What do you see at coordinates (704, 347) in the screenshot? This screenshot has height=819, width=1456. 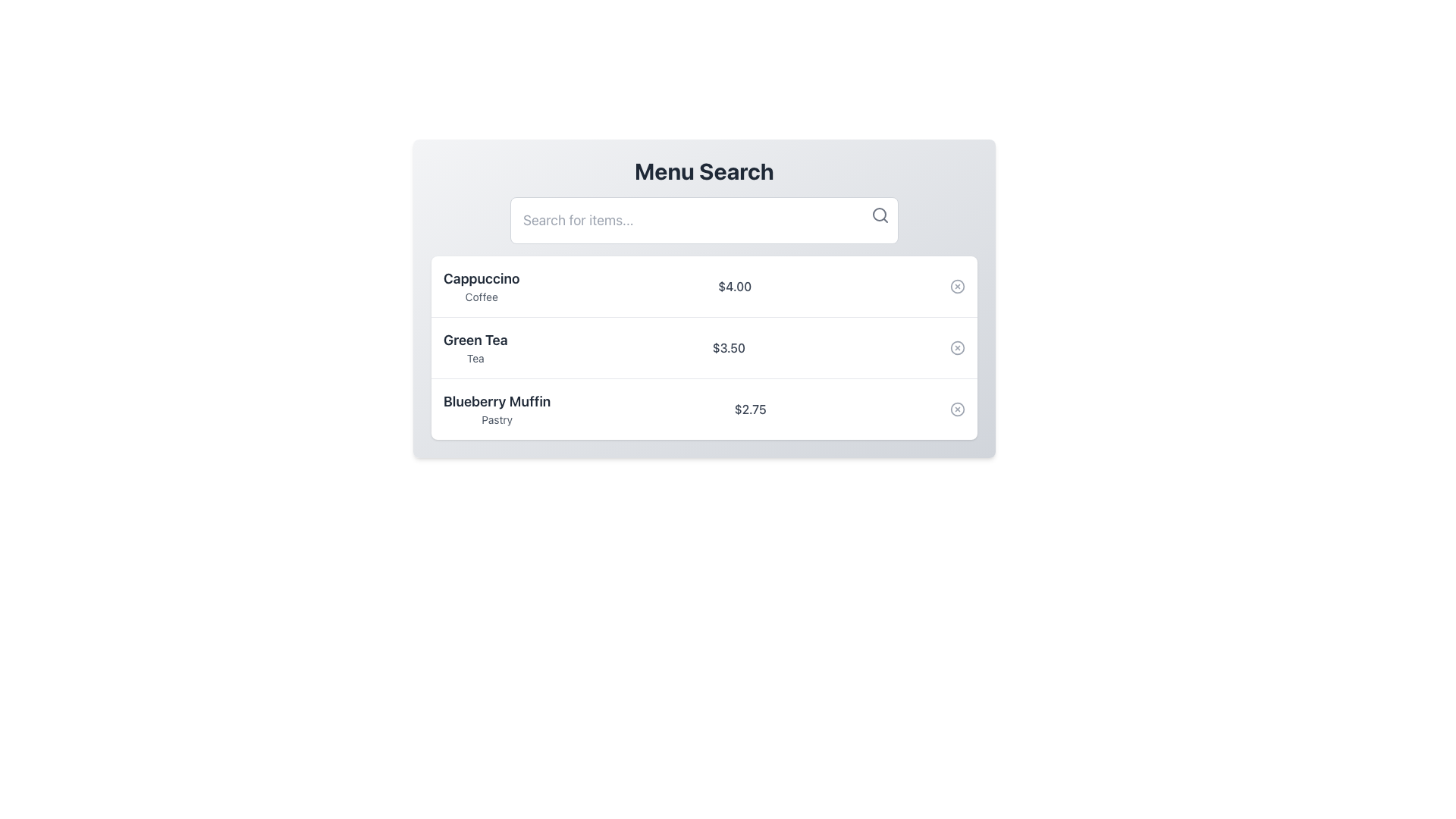 I see `the 'Green Tea' list item card` at bounding box center [704, 347].